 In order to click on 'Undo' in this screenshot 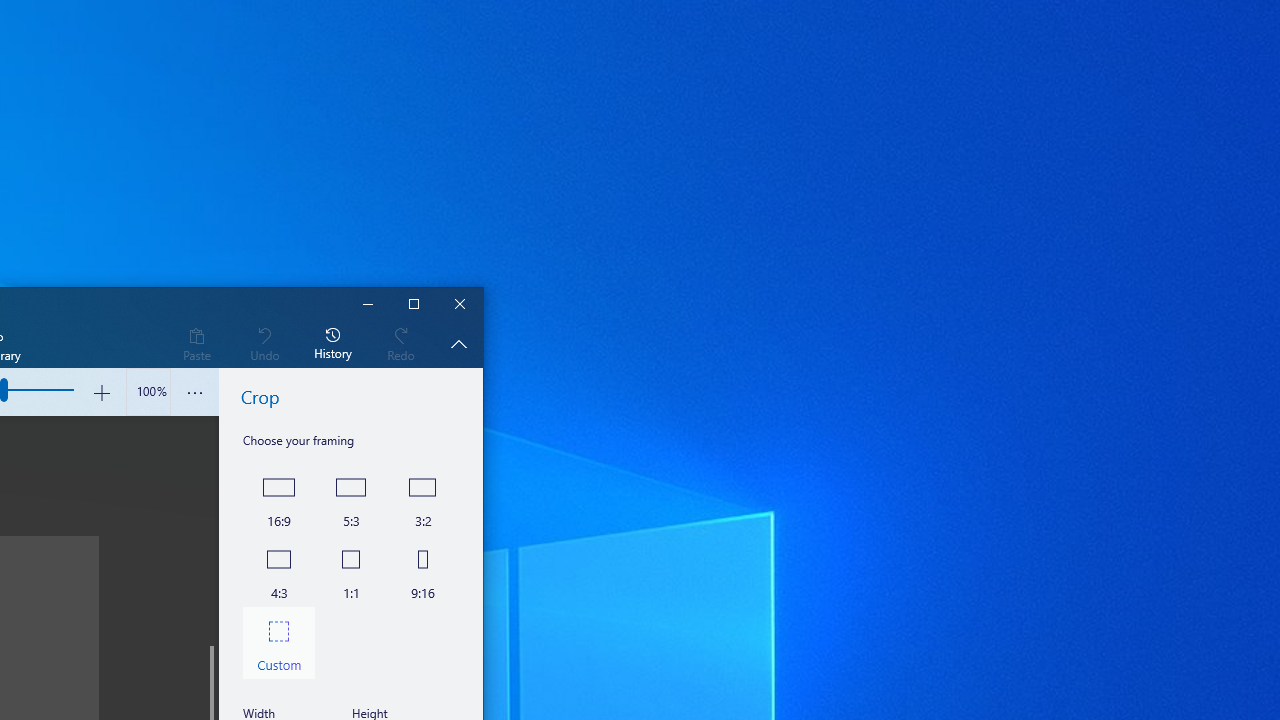, I will do `click(263, 342)`.